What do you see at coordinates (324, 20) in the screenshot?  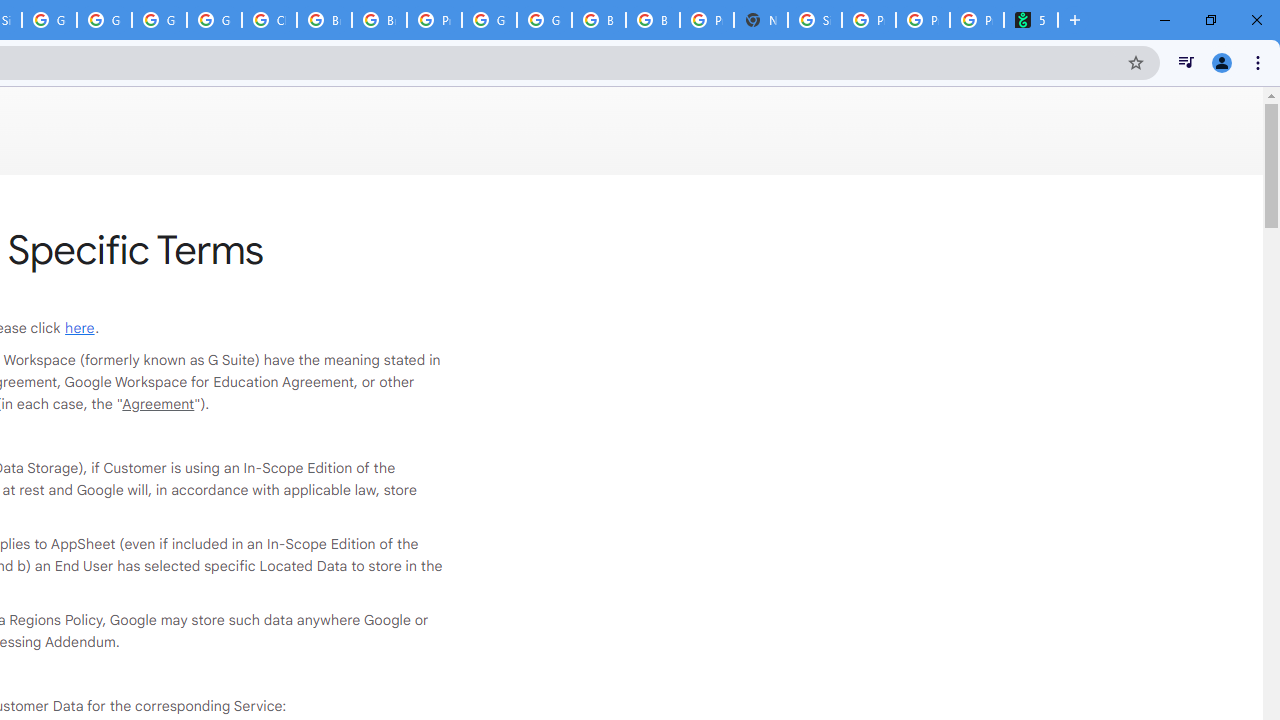 I see `'Browse Chrome as a guest - Computer - Google Chrome Help'` at bounding box center [324, 20].